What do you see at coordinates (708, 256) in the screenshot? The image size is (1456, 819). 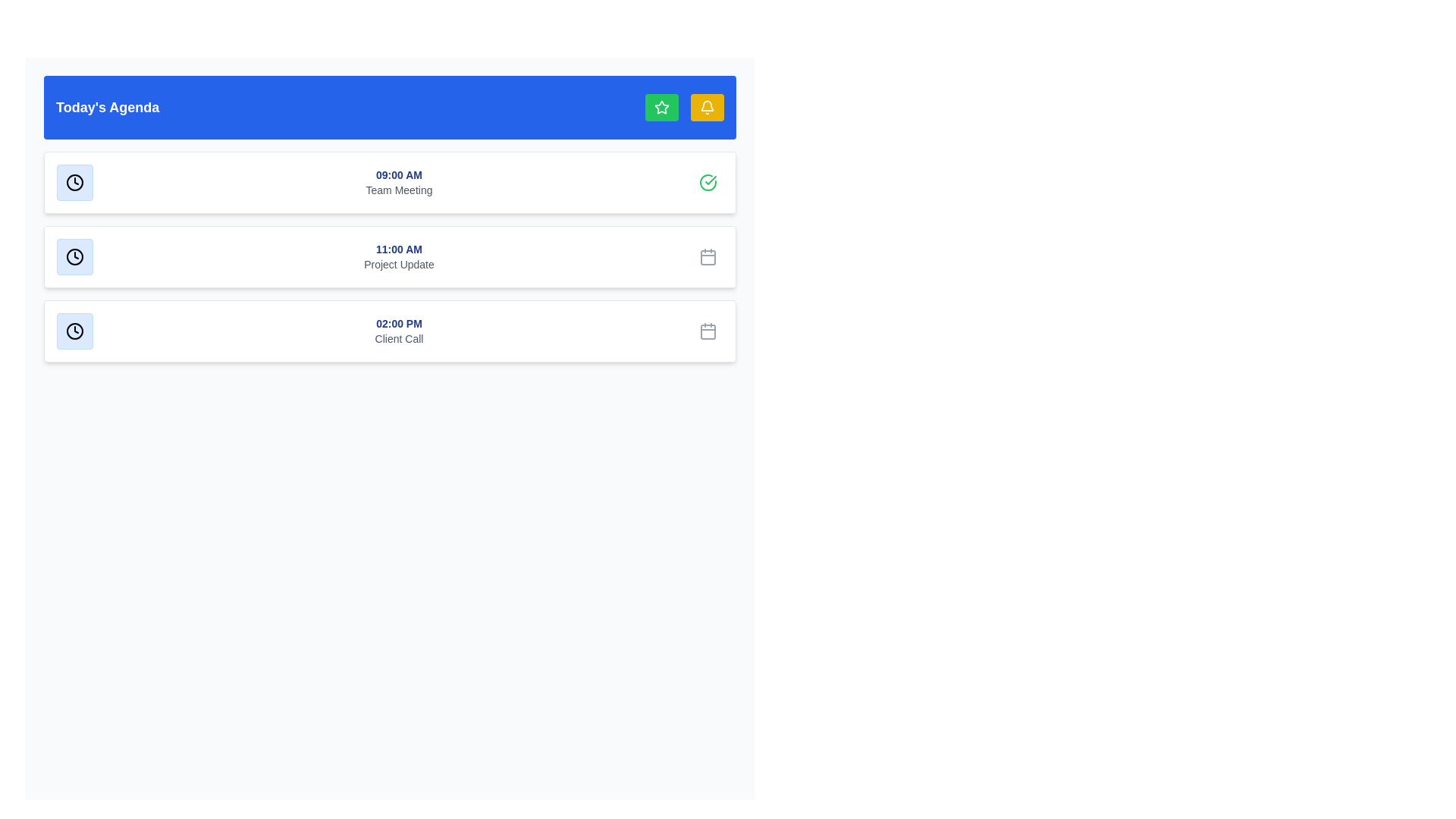 I see `the calendar icon SVG located in the third section of the agenda list, positioned to the right side of the text area displaying the time and title for the third agenda item` at bounding box center [708, 256].